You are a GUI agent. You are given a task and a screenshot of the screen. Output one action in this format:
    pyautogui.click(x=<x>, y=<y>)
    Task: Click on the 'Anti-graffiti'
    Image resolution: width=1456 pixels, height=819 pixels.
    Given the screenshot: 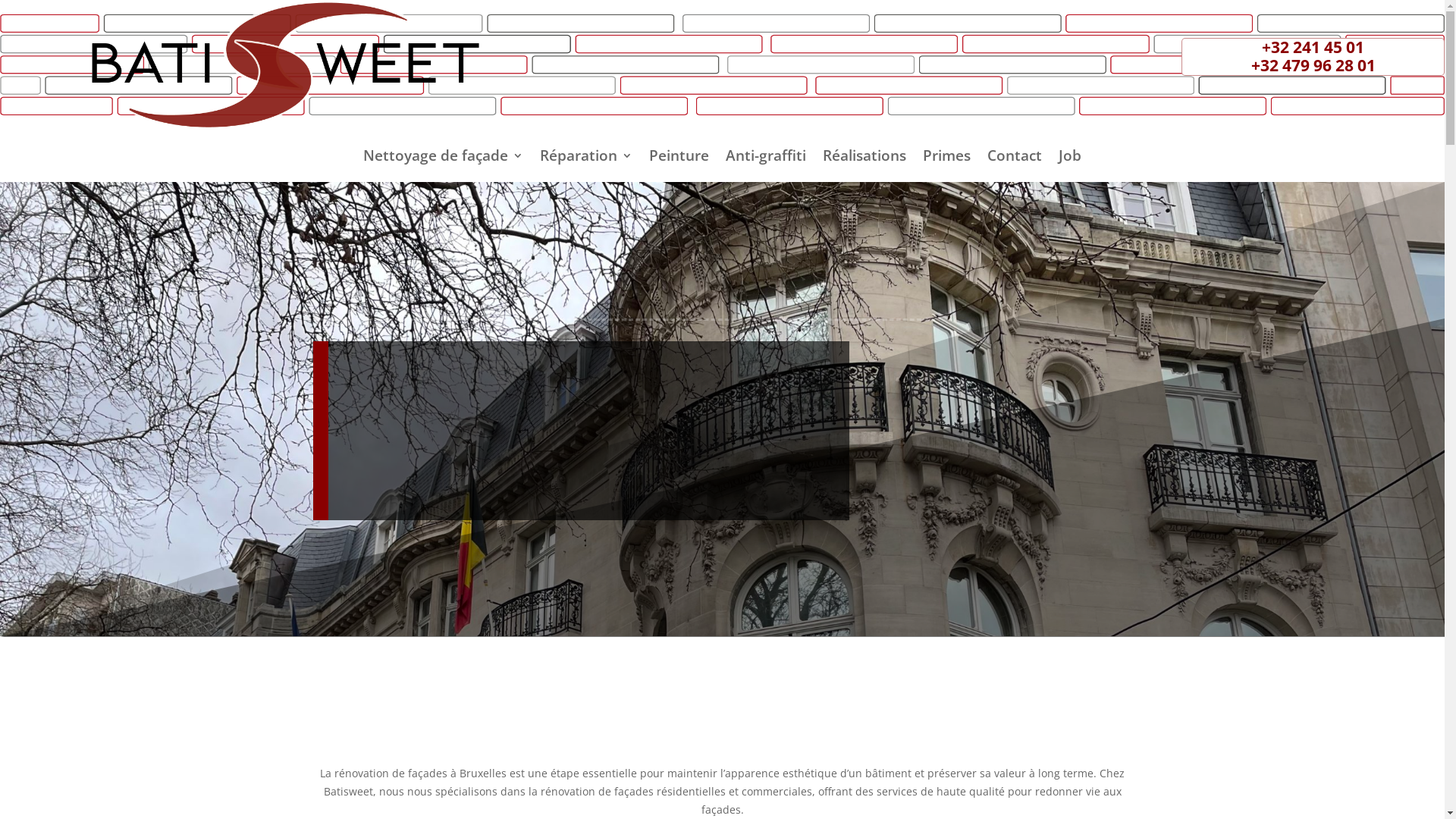 What is the action you would take?
    pyautogui.click(x=765, y=158)
    